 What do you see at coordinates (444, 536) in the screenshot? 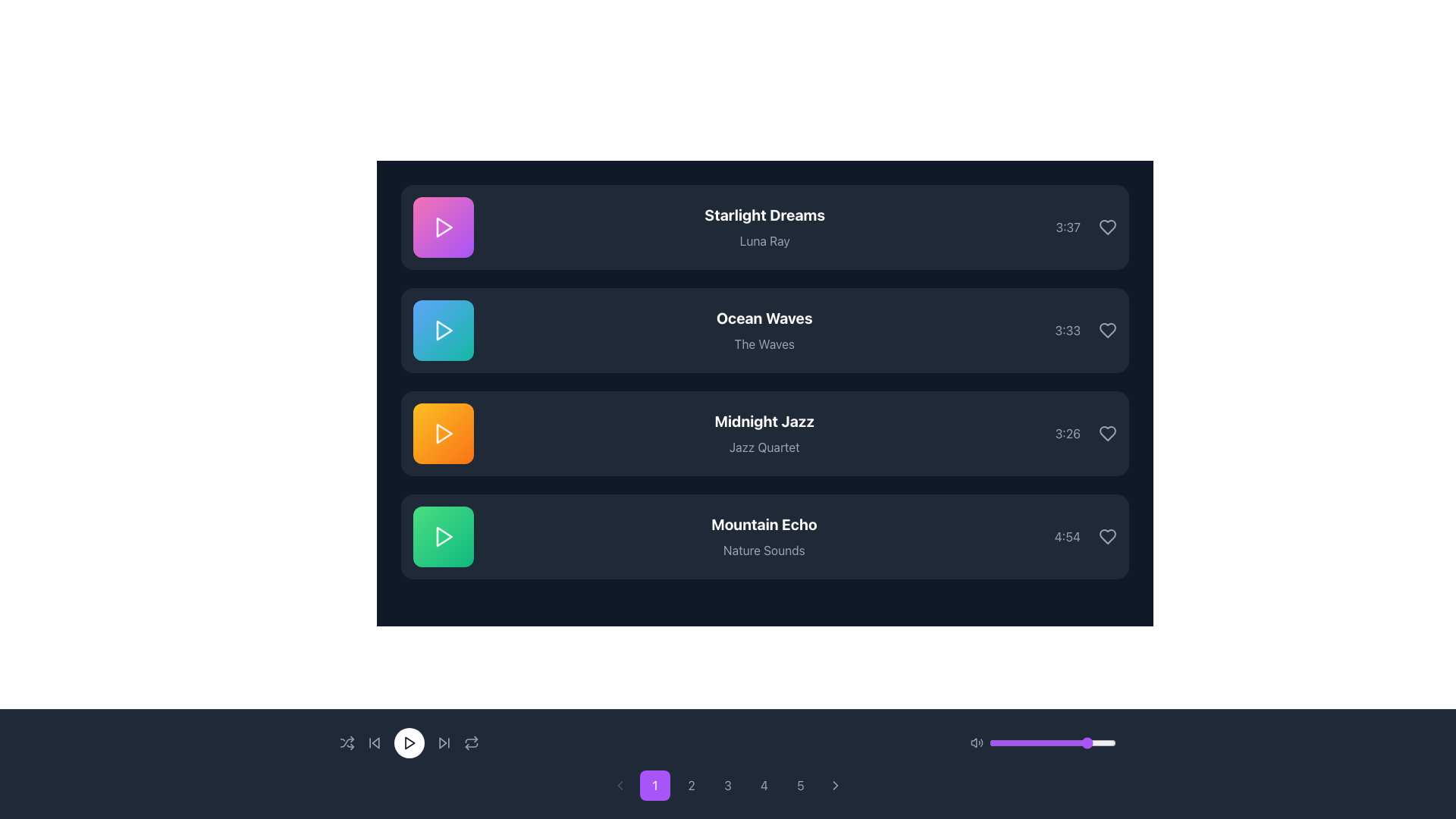
I see `the central play triangle icon contained in the green button for the music entry 'Mountain Echo'` at bounding box center [444, 536].